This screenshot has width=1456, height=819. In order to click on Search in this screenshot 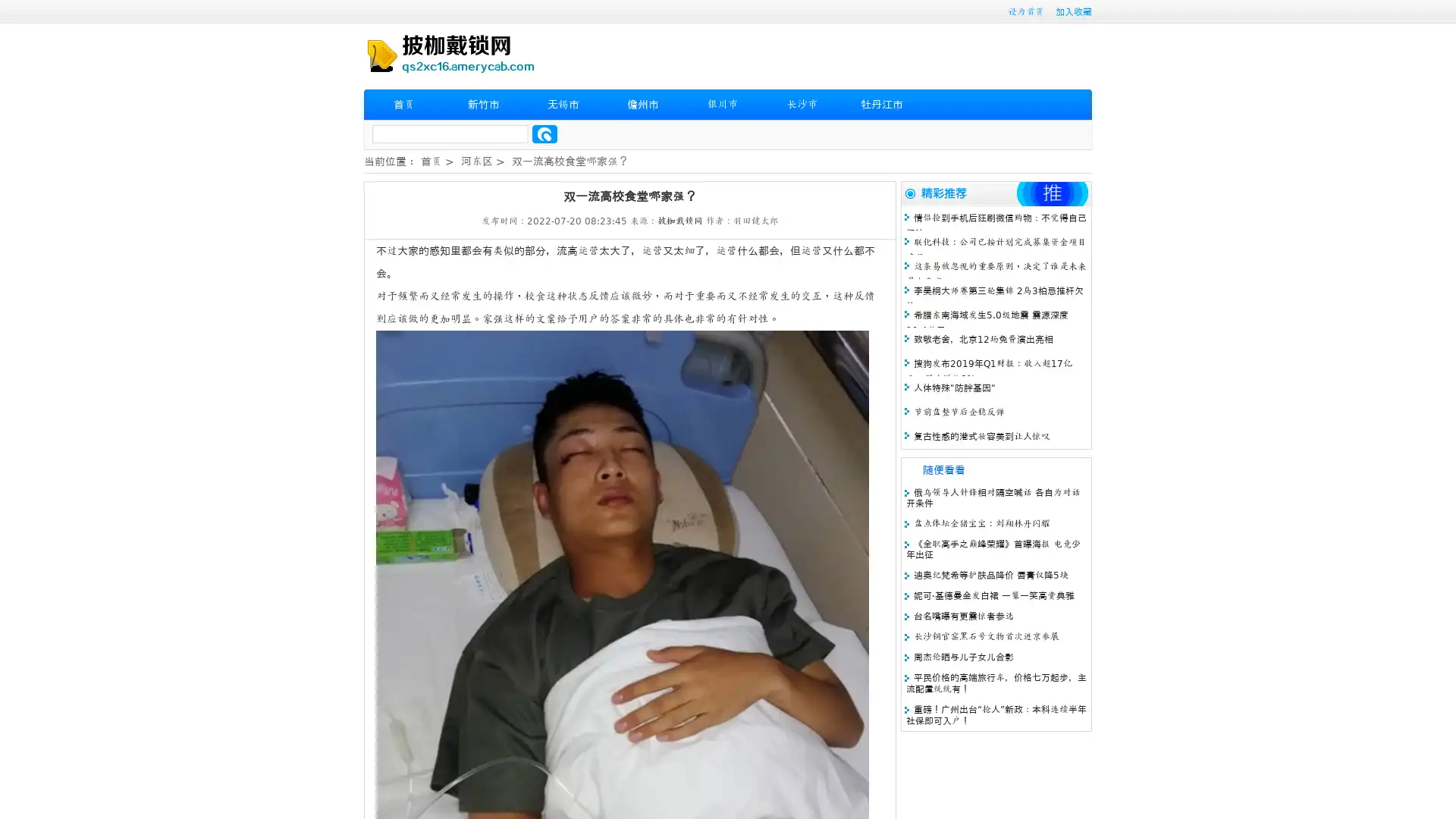, I will do `click(544, 133)`.